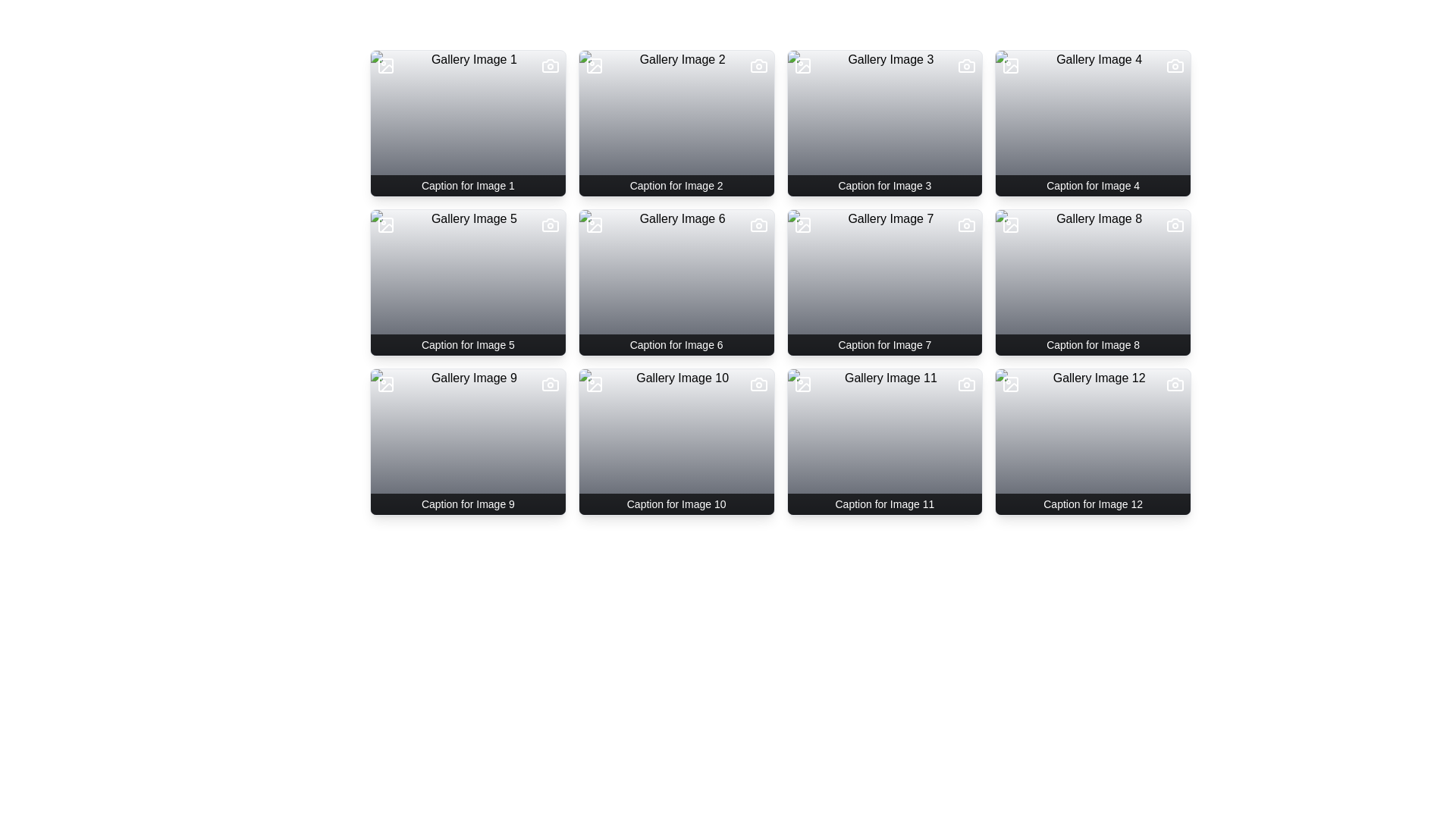 The height and width of the screenshot is (819, 1456). What do you see at coordinates (884, 122) in the screenshot?
I see `the icons in the top corners of the highlighted card with the caption 'Caption for Image 3', which features a gradient background and is positioned in the first row of the grid layout` at bounding box center [884, 122].